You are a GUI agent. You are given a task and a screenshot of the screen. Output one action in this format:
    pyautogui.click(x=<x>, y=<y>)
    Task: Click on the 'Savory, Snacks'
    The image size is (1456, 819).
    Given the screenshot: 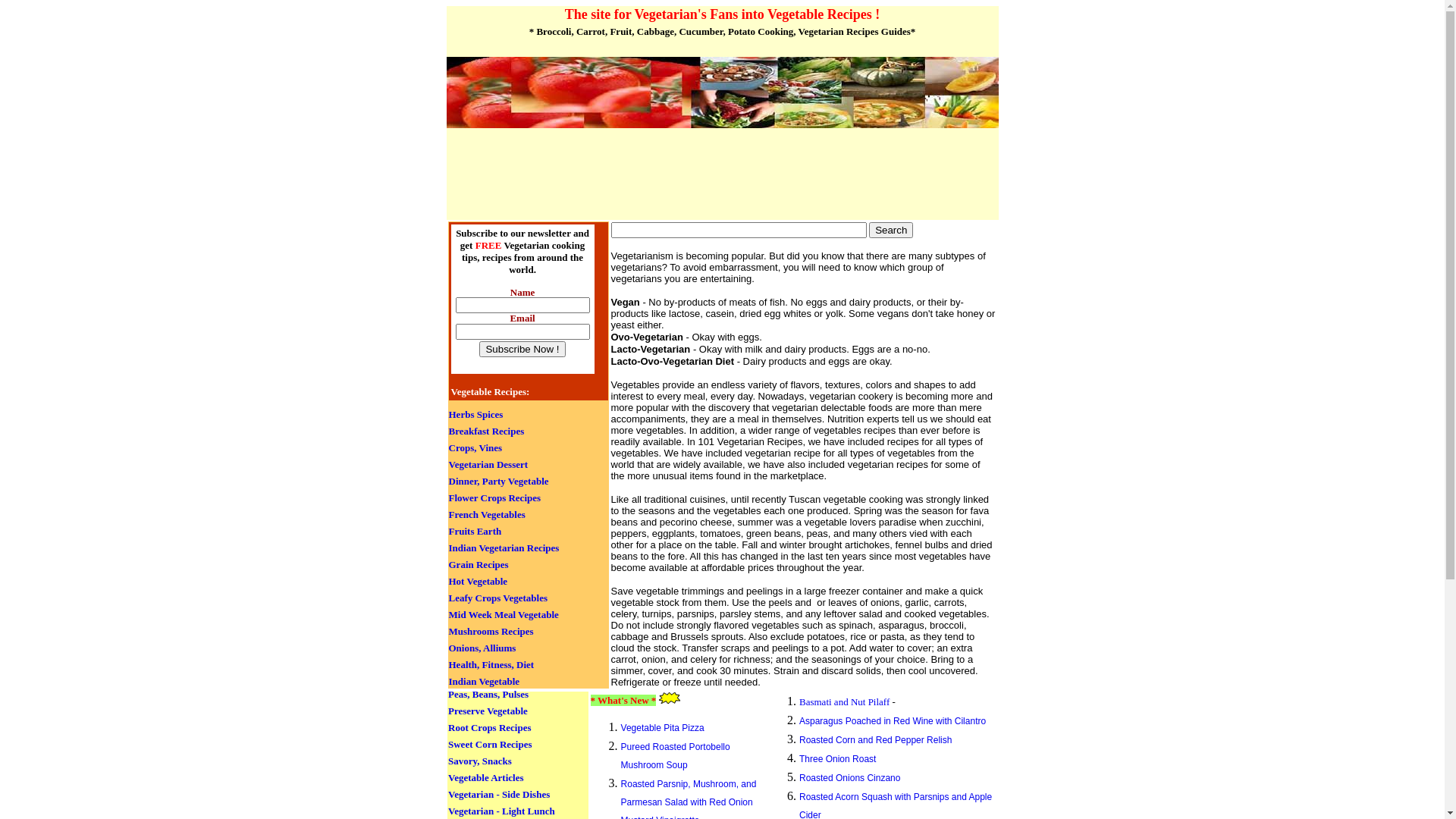 What is the action you would take?
    pyautogui.click(x=479, y=761)
    